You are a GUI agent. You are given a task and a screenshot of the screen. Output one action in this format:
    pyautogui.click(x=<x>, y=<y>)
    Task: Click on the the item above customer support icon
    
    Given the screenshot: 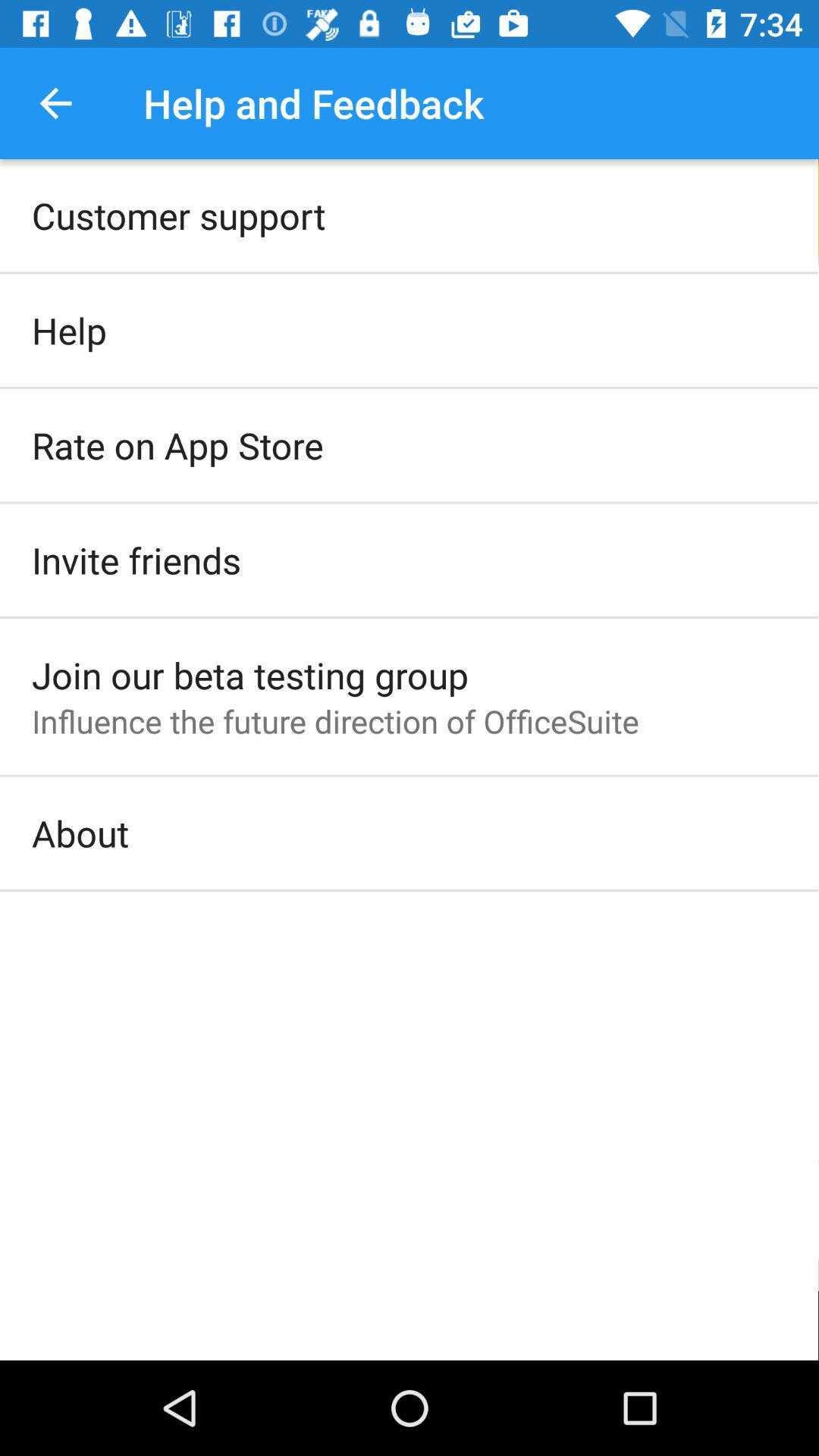 What is the action you would take?
    pyautogui.click(x=55, y=102)
    